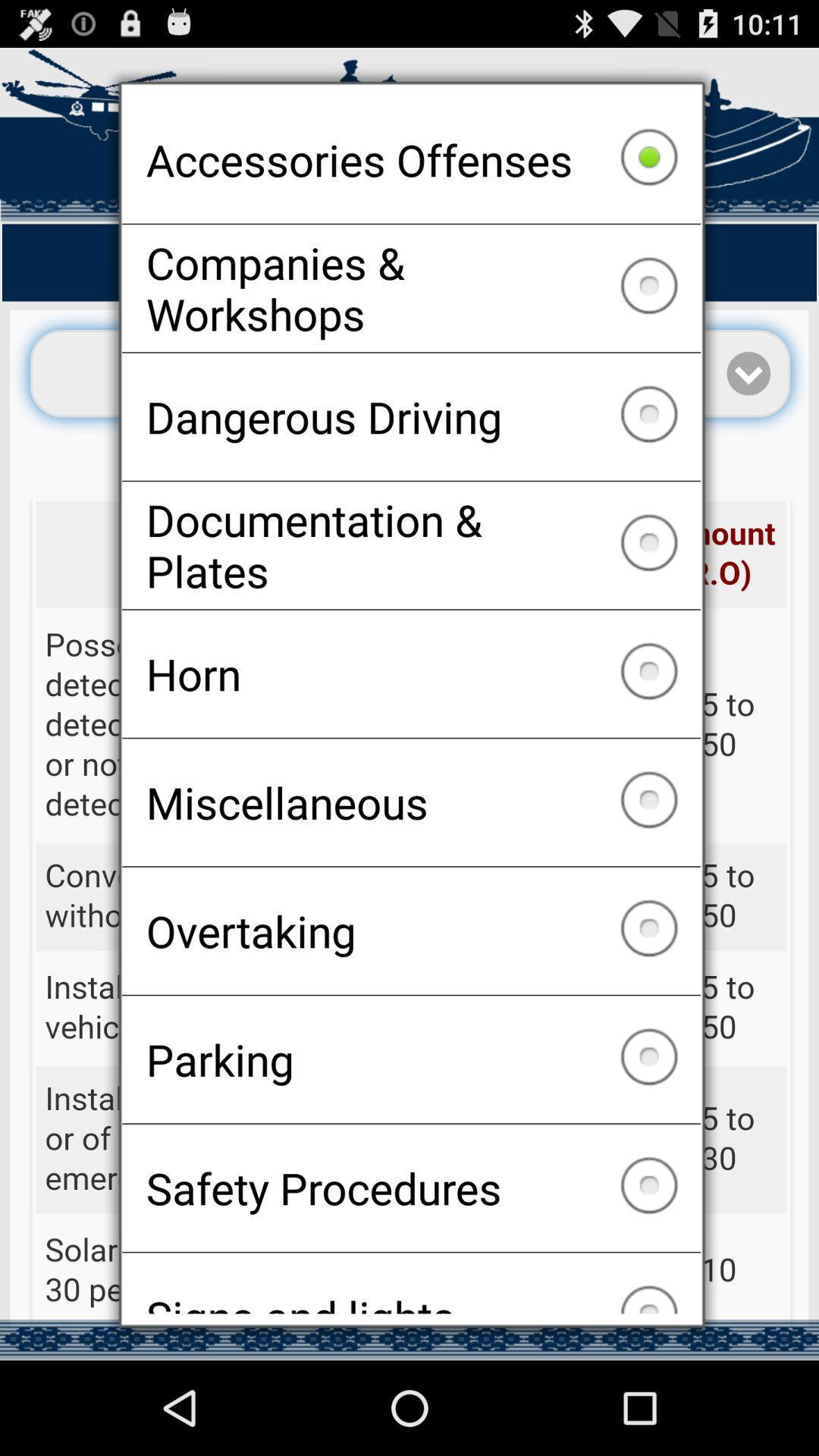 This screenshot has width=819, height=1456. What do you see at coordinates (411, 288) in the screenshot?
I see `companies & workshops item` at bounding box center [411, 288].